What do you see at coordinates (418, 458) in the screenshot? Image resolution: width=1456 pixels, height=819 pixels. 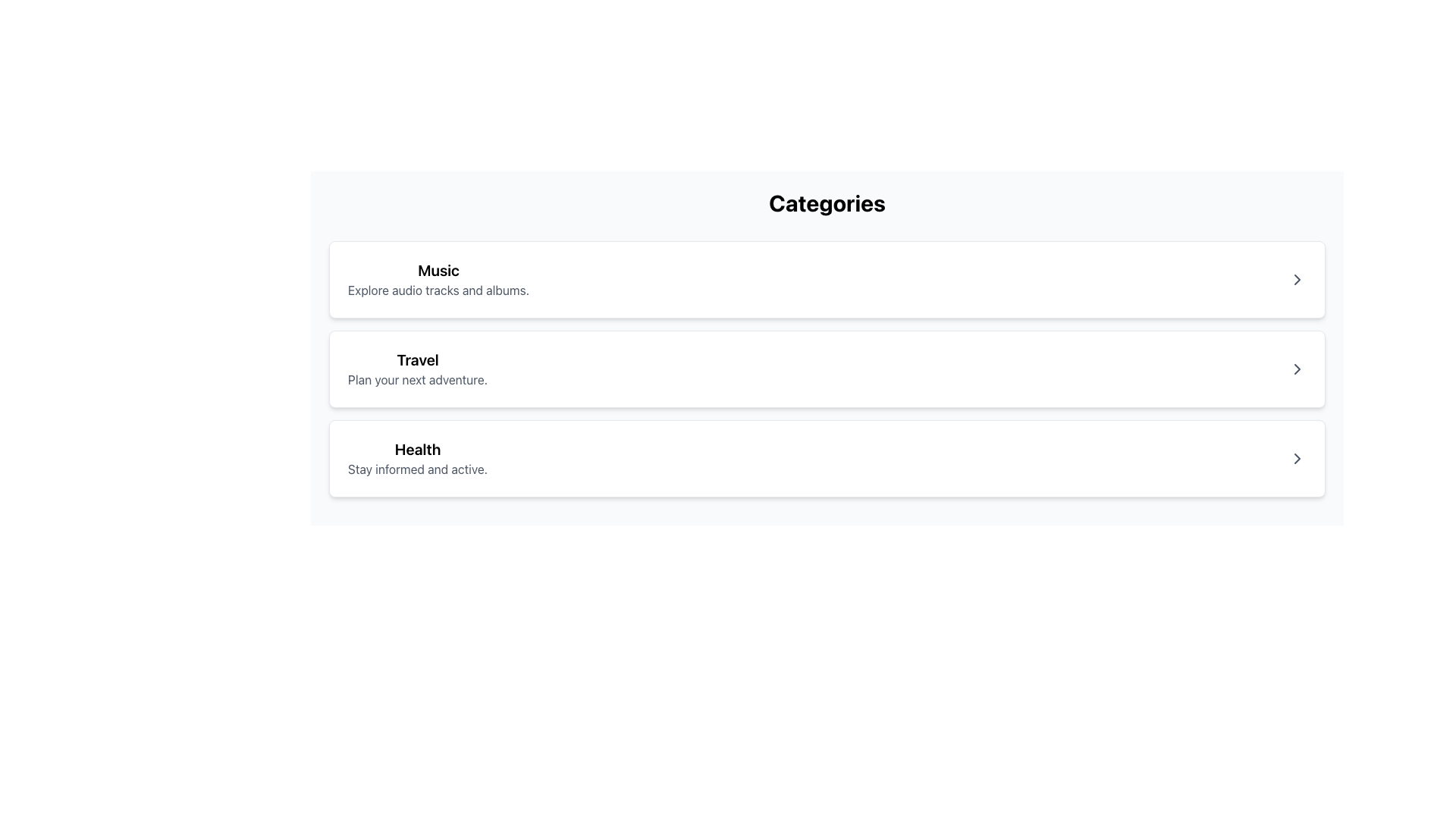 I see `the descriptive label for the 'Health' category, which is located in the third section of a vertically aligned list, centered horizontally below the 'Music' and 'Travel' sections` at bounding box center [418, 458].